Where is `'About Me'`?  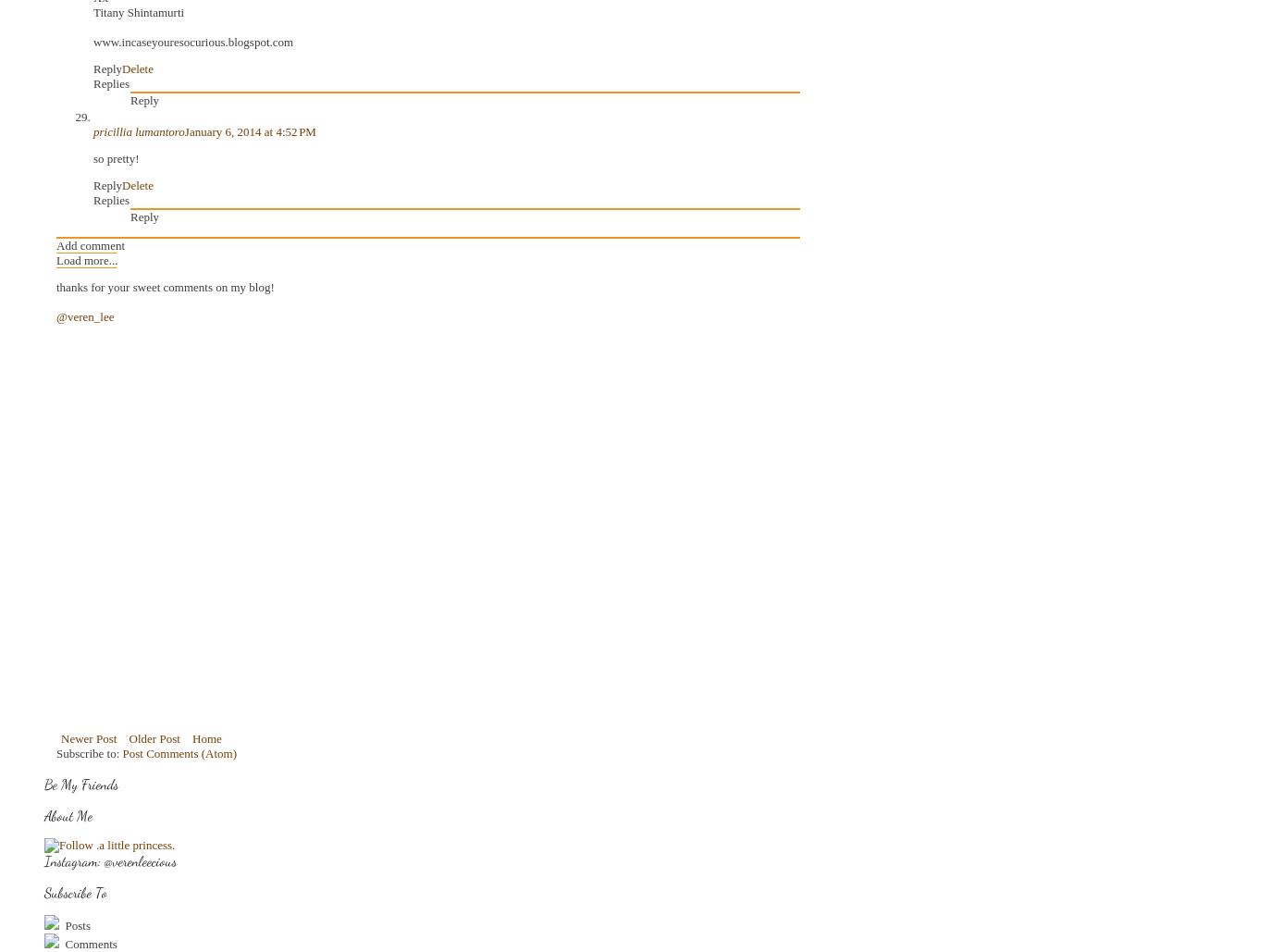
'About Me' is located at coordinates (68, 814).